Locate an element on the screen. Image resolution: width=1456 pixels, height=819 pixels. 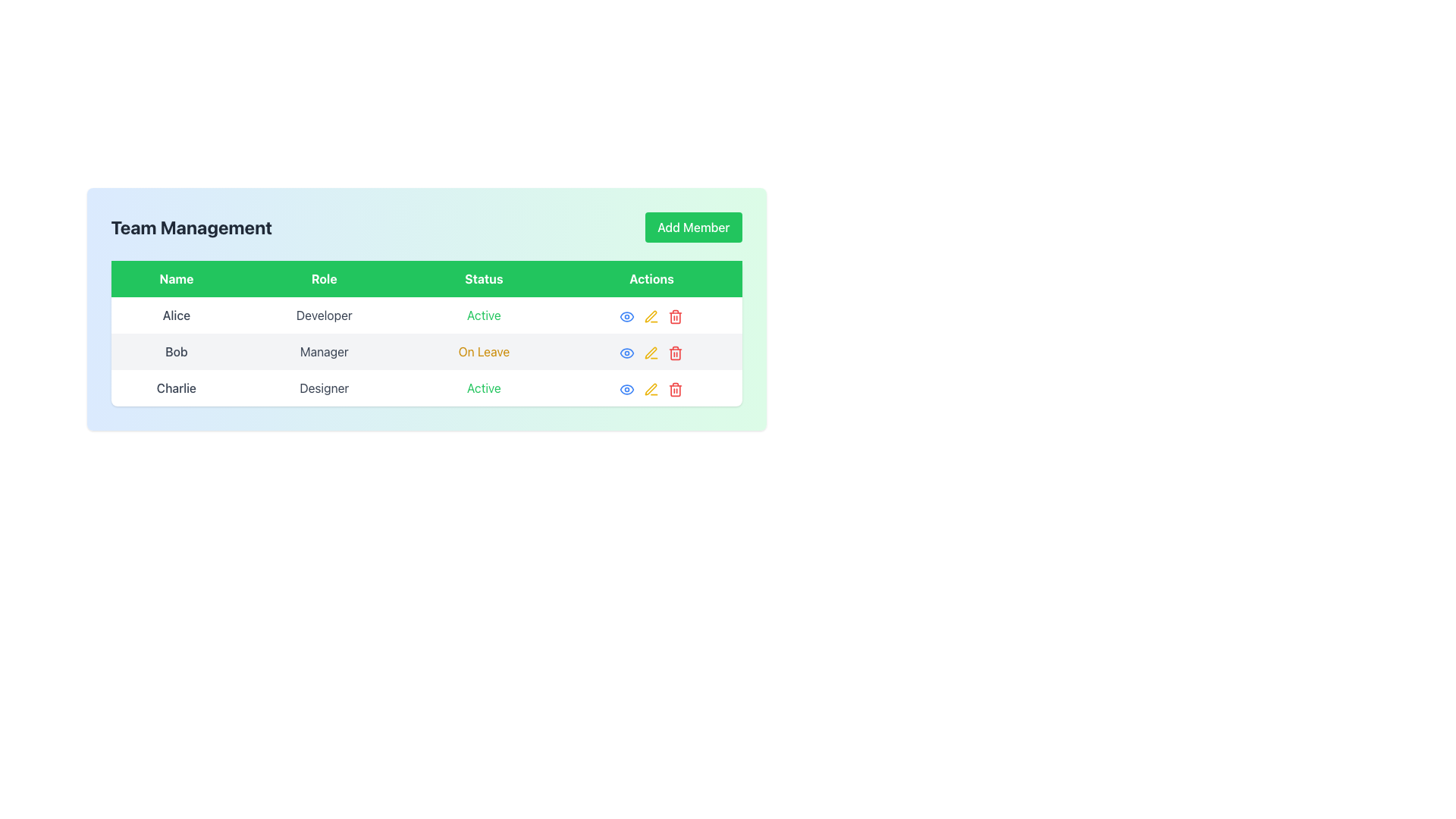
the icon in the 'Actions' column of the second row in the table corresponding to 'Bob' is located at coordinates (627, 353).